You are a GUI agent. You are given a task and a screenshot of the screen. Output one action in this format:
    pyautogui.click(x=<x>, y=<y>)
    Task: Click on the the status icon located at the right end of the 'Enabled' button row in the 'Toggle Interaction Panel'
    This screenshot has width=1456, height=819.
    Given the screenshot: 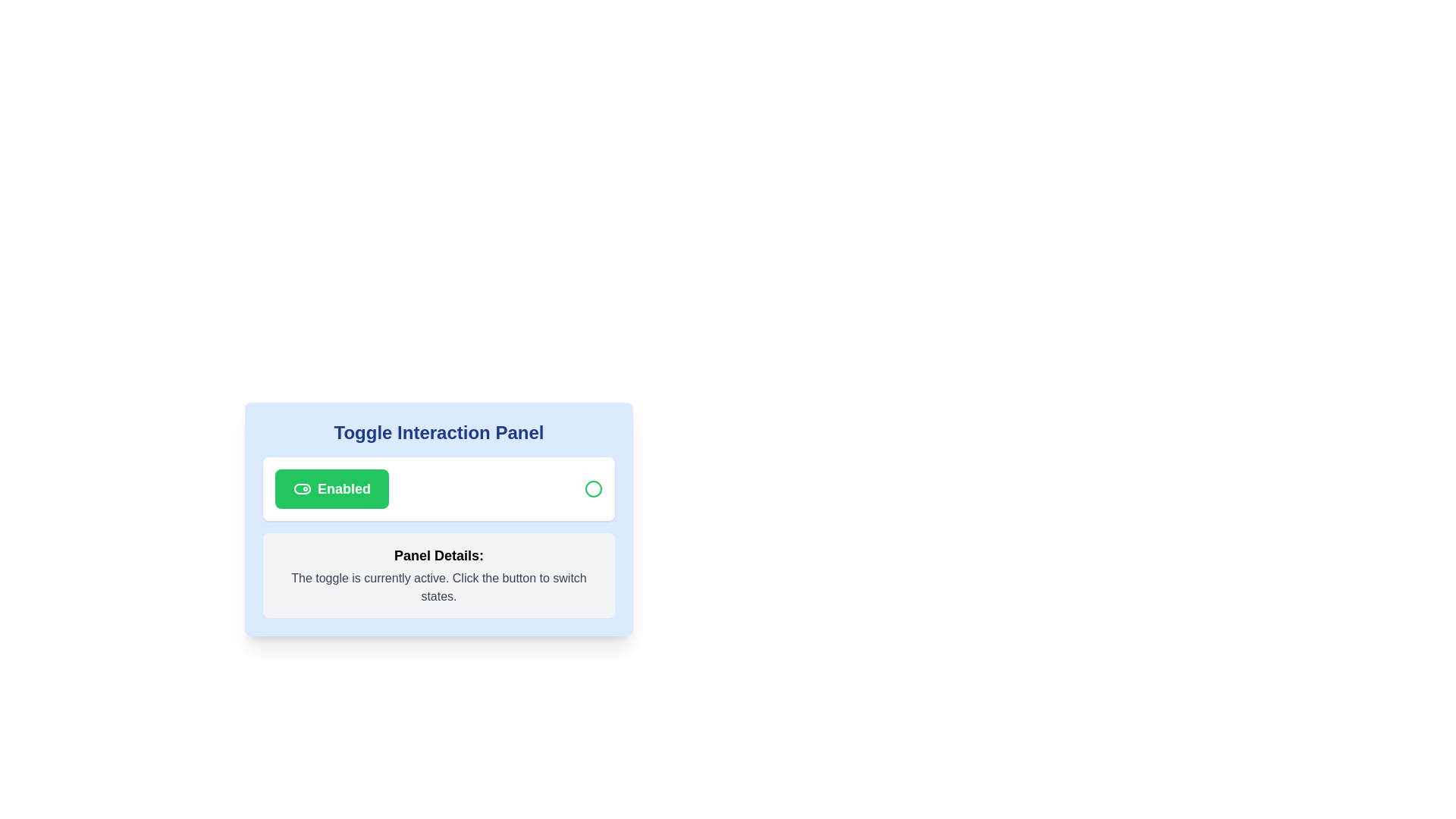 What is the action you would take?
    pyautogui.click(x=592, y=488)
    